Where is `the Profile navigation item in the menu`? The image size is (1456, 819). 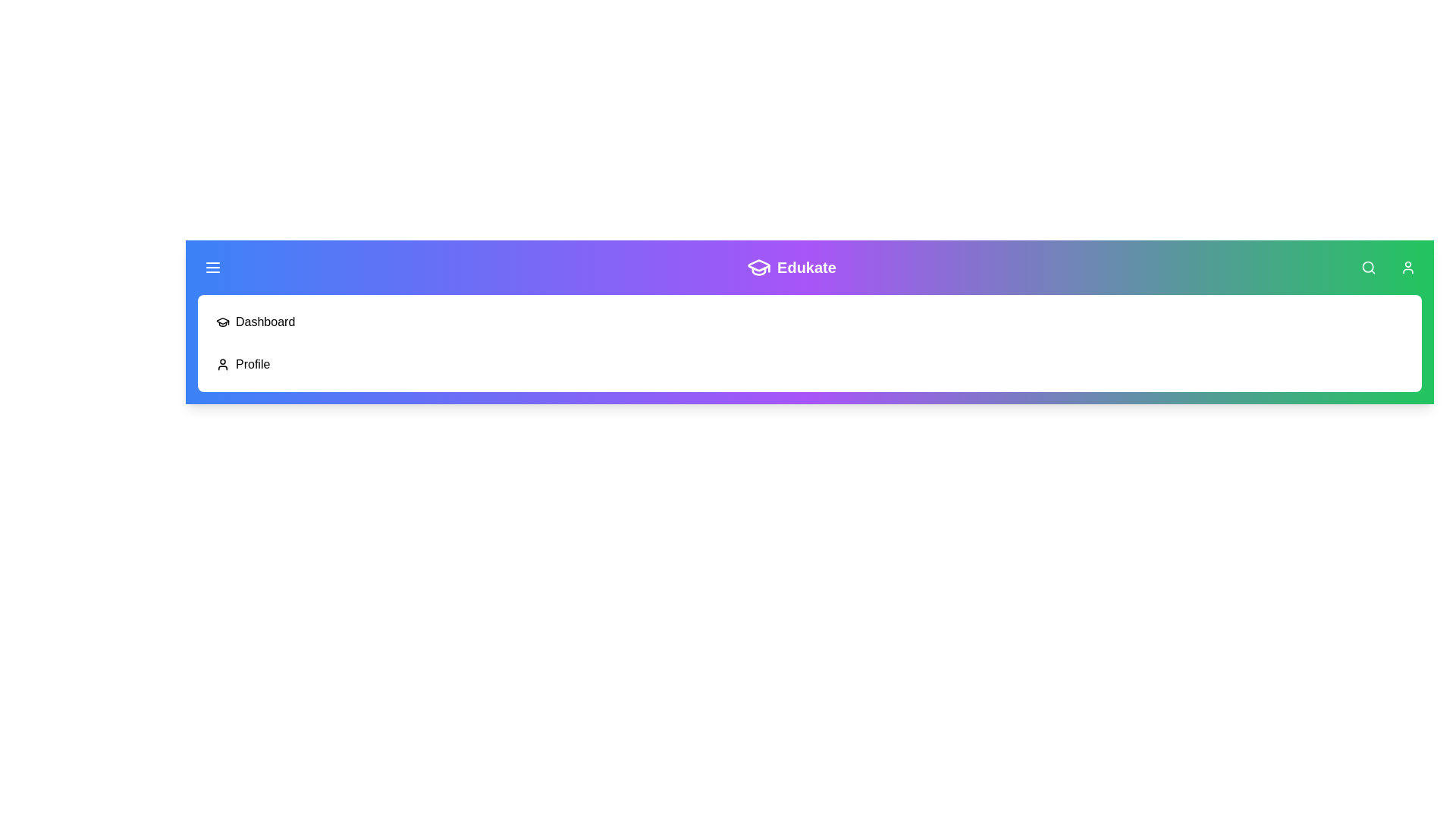
the Profile navigation item in the menu is located at coordinates (252, 365).